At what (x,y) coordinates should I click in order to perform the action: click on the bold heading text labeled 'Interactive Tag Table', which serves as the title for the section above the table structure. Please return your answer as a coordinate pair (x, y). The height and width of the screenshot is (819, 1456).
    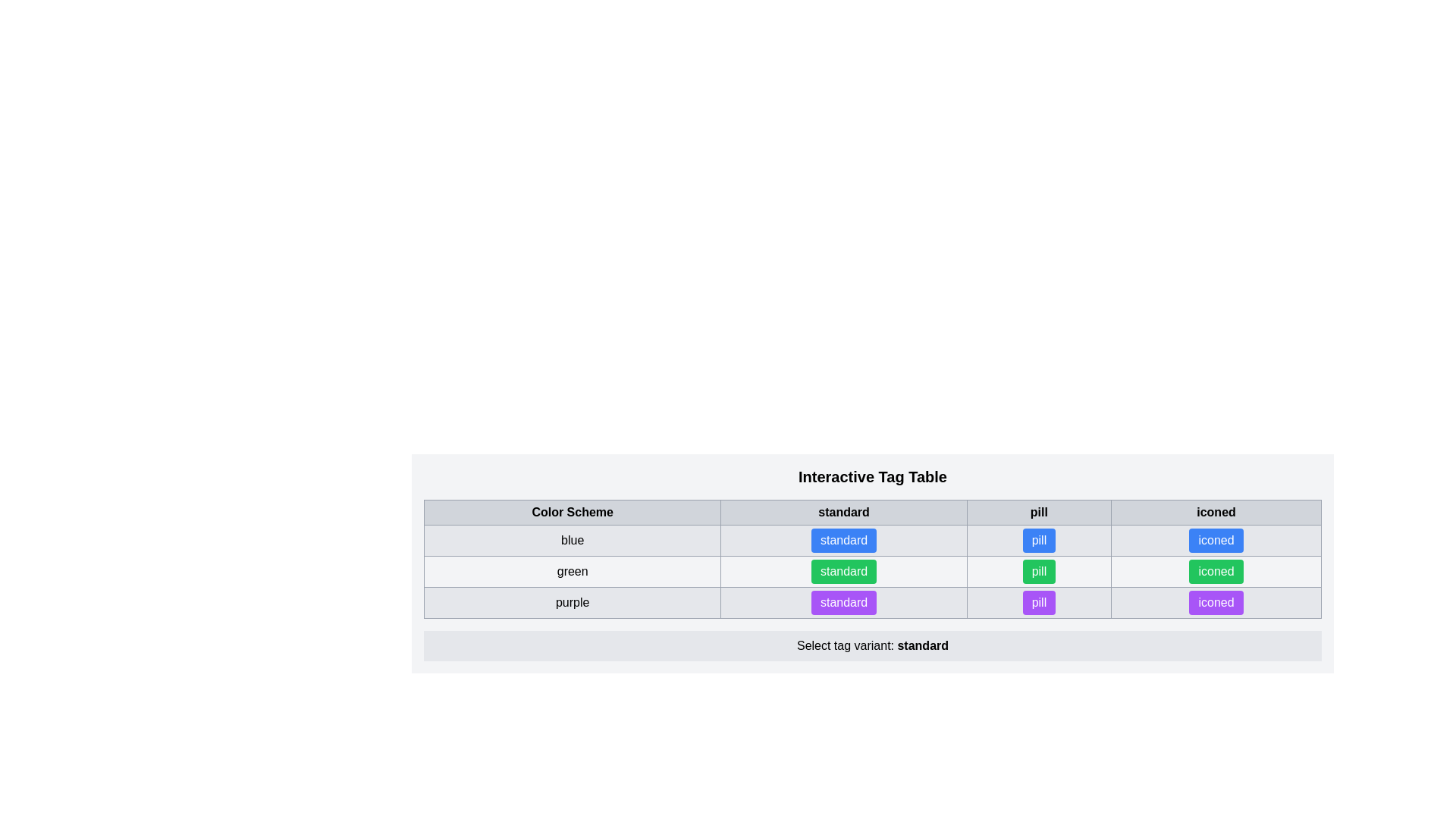
    Looking at the image, I should click on (873, 475).